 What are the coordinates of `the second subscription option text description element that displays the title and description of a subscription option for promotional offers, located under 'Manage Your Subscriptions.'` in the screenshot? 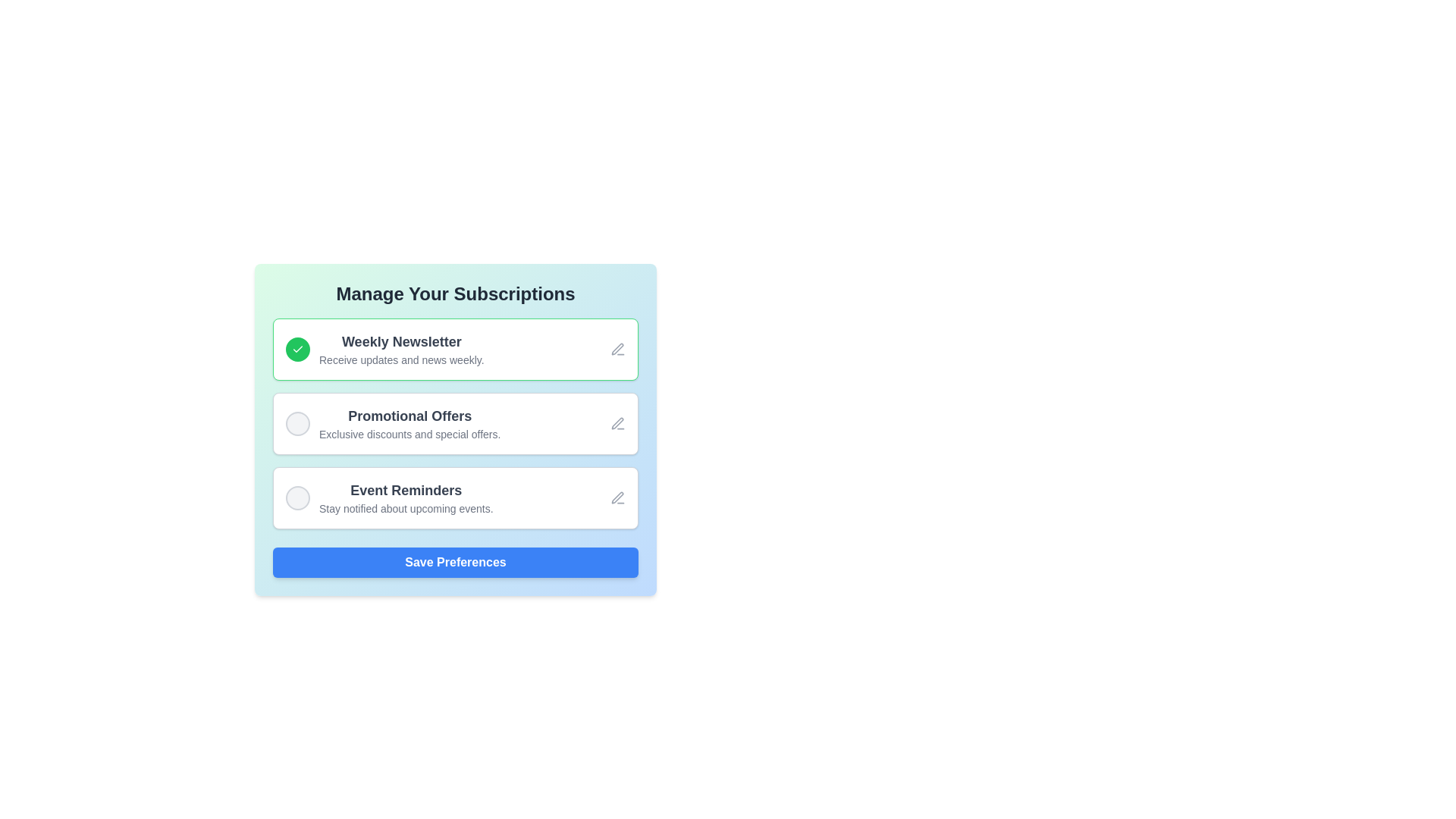 It's located at (409, 424).